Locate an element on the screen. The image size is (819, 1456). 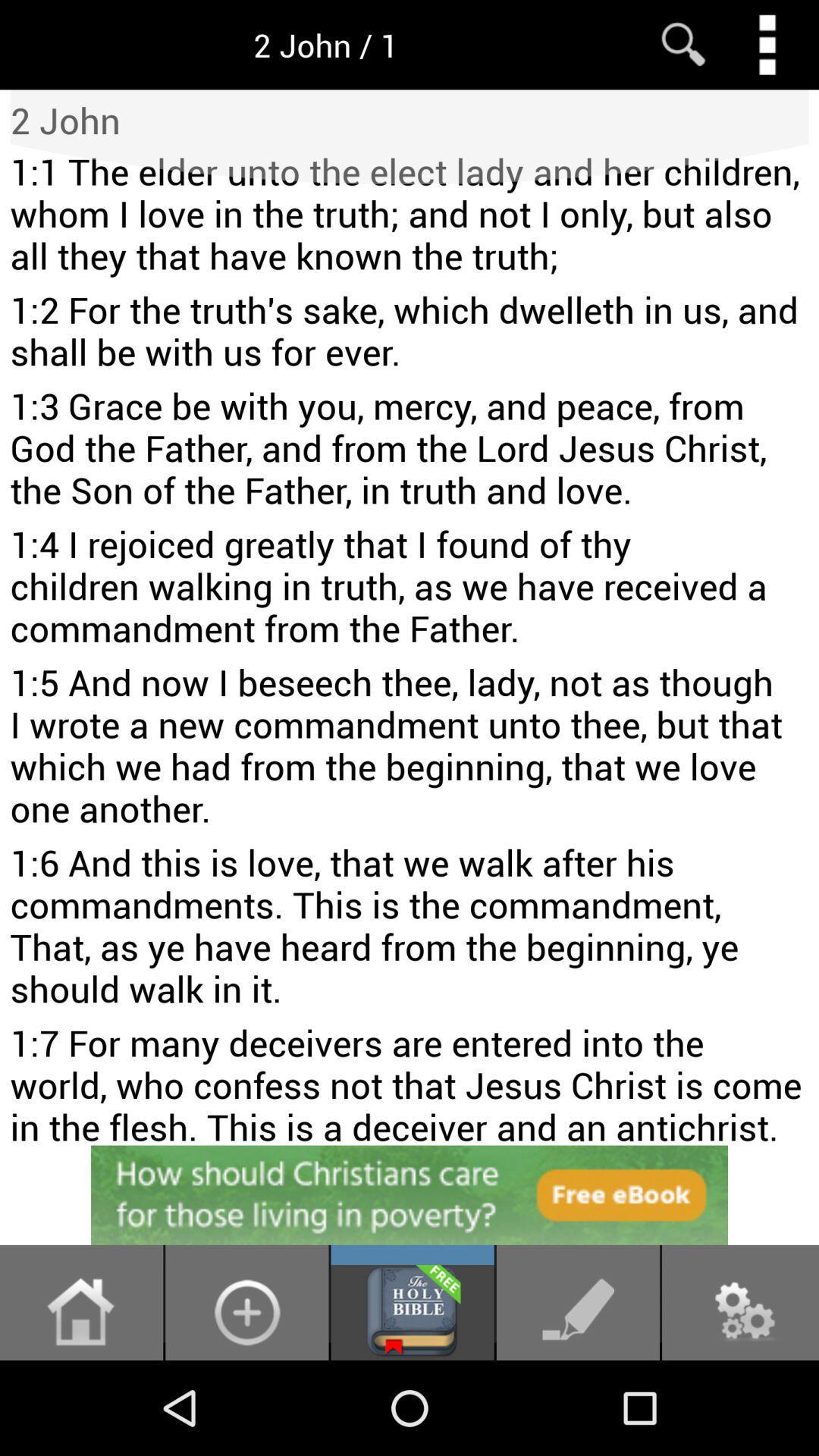
the search icon is located at coordinates (683, 48).